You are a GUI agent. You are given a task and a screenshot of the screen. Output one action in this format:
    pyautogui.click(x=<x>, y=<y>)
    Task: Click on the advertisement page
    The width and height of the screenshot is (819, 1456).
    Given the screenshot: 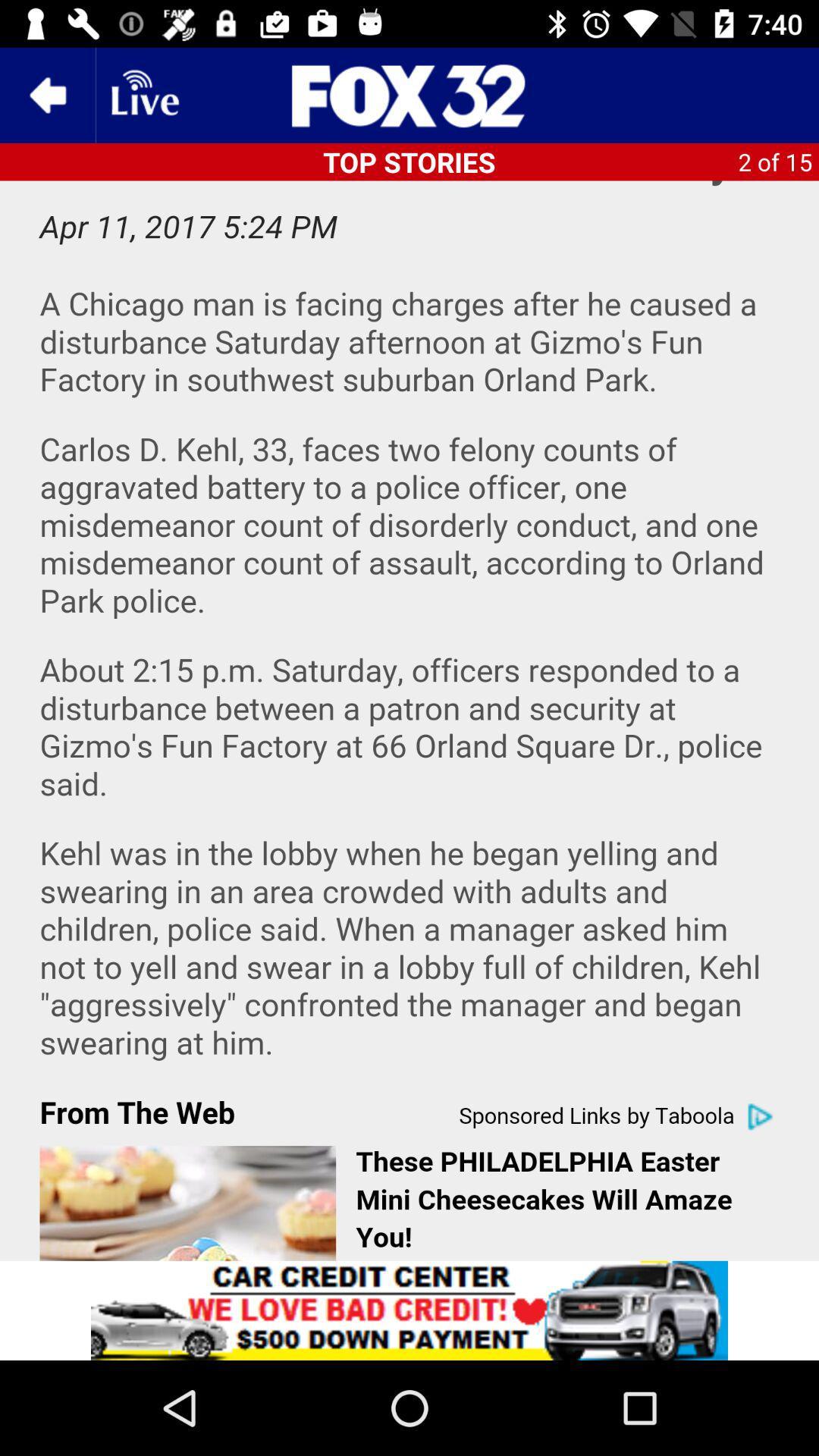 What is the action you would take?
    pyautogui.click(x=409, y=1310)
    